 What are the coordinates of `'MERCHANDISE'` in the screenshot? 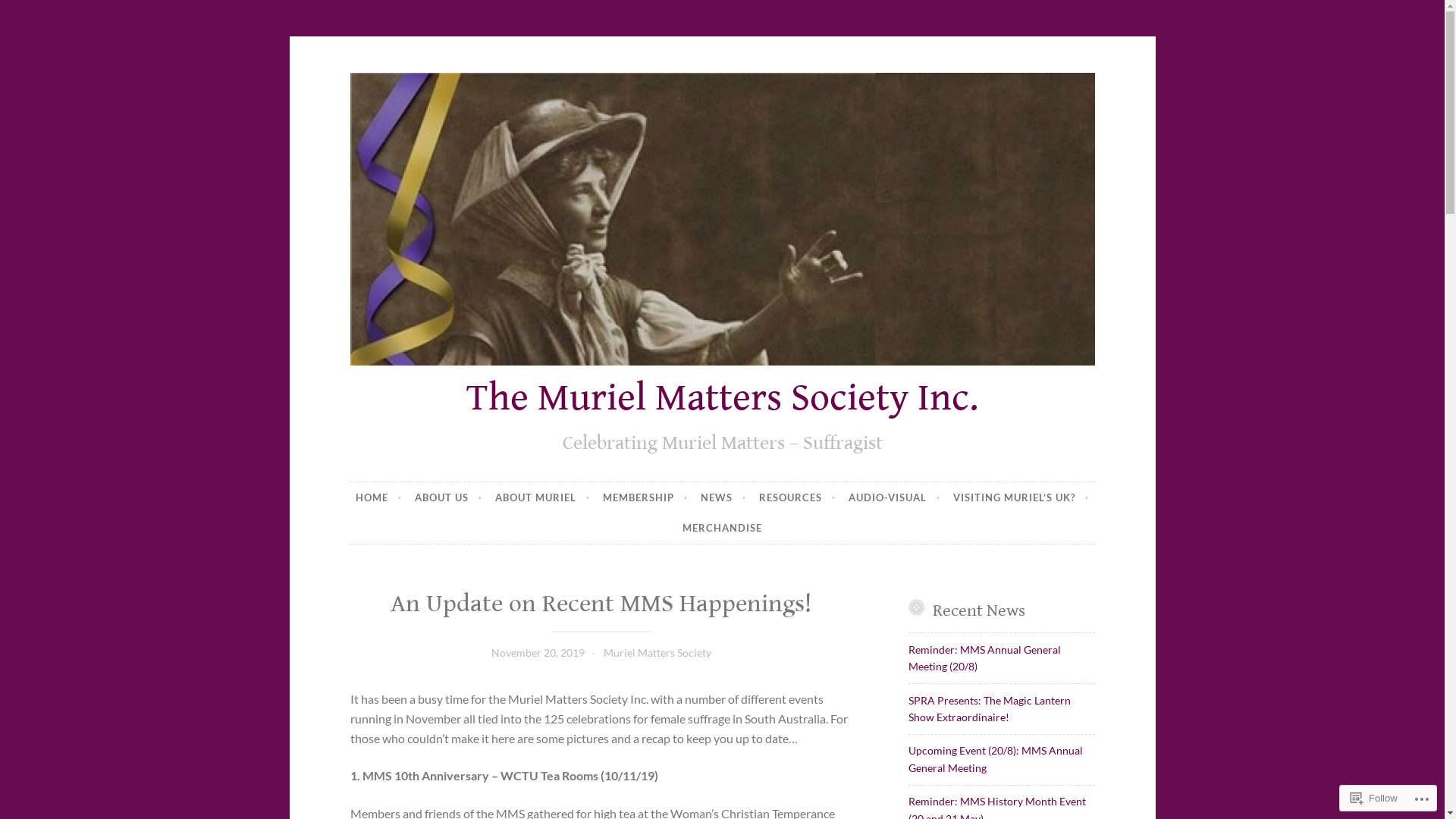 It's located at (721, 528).